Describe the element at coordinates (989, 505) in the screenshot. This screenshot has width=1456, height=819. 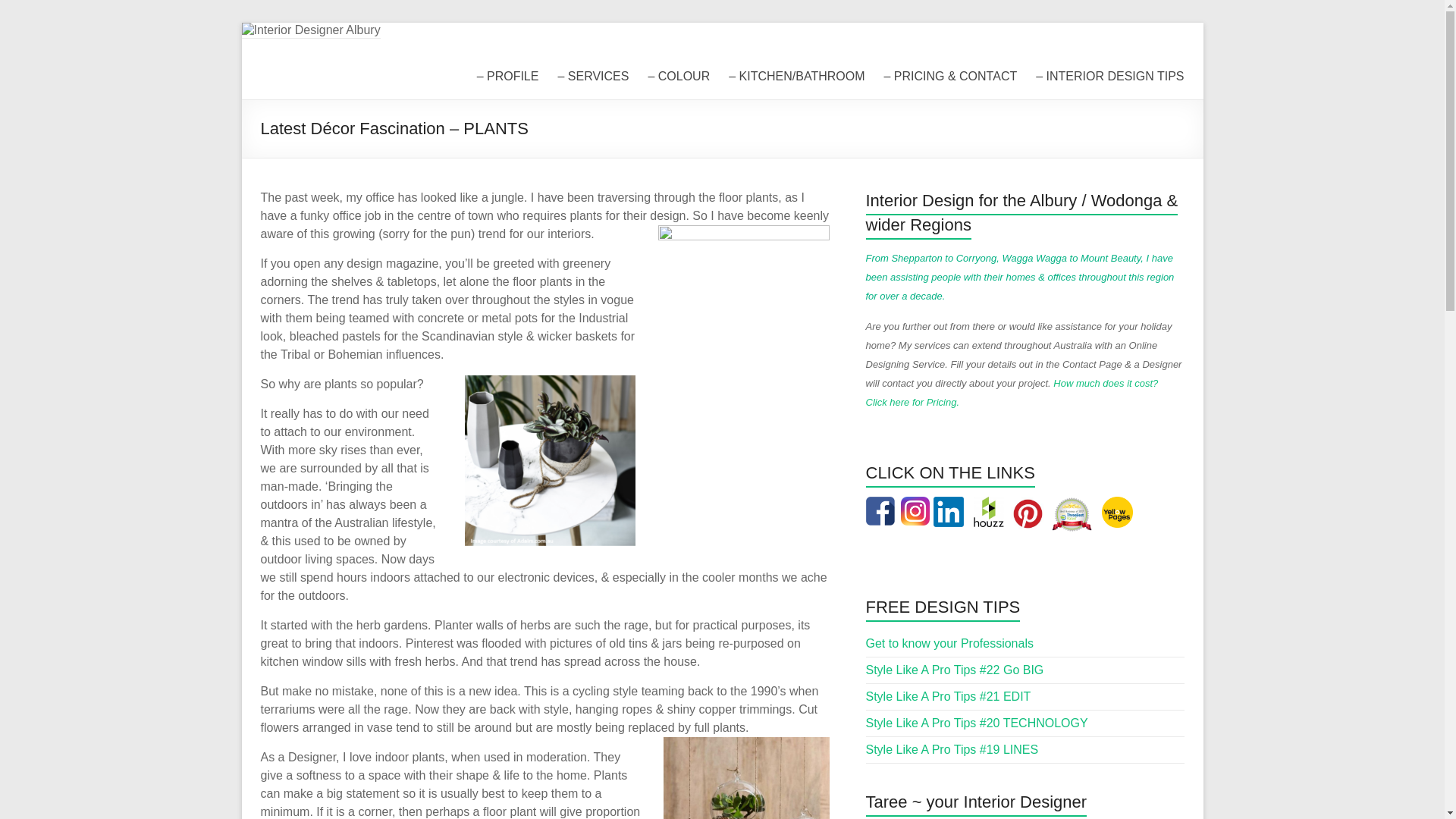
I see `'    '` at that location.